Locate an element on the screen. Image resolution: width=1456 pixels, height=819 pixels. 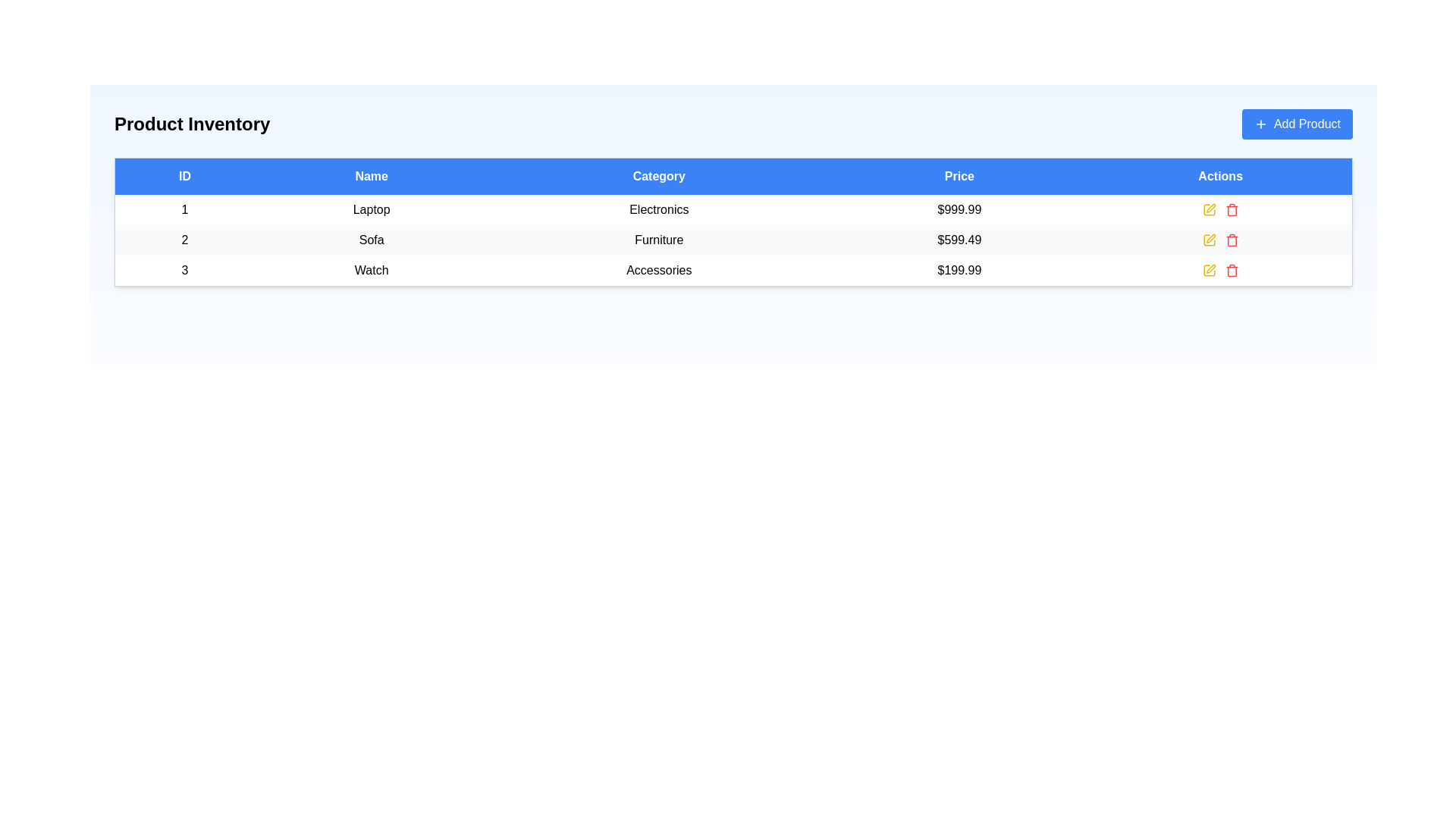
the text label displaying 'Accessories' in the third column of the third row of the table, which is centered in the interface and follows the 'Watch' text is located at coordinates (659, 270).